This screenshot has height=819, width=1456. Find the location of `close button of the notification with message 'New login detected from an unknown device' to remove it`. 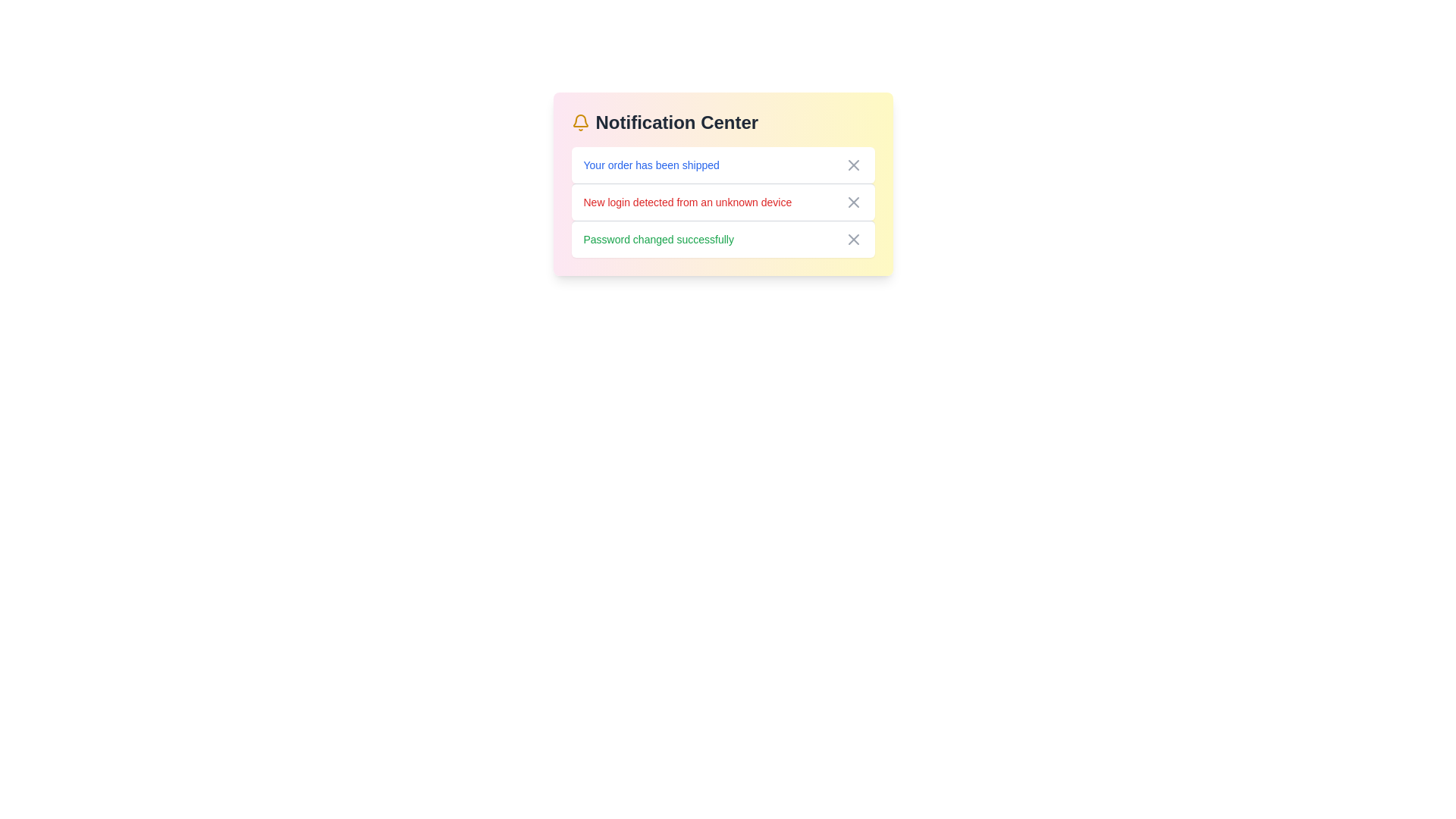

close button of the notification with message 'New login detected from an unknown device' to remove it is located at coordinates (853, 201).